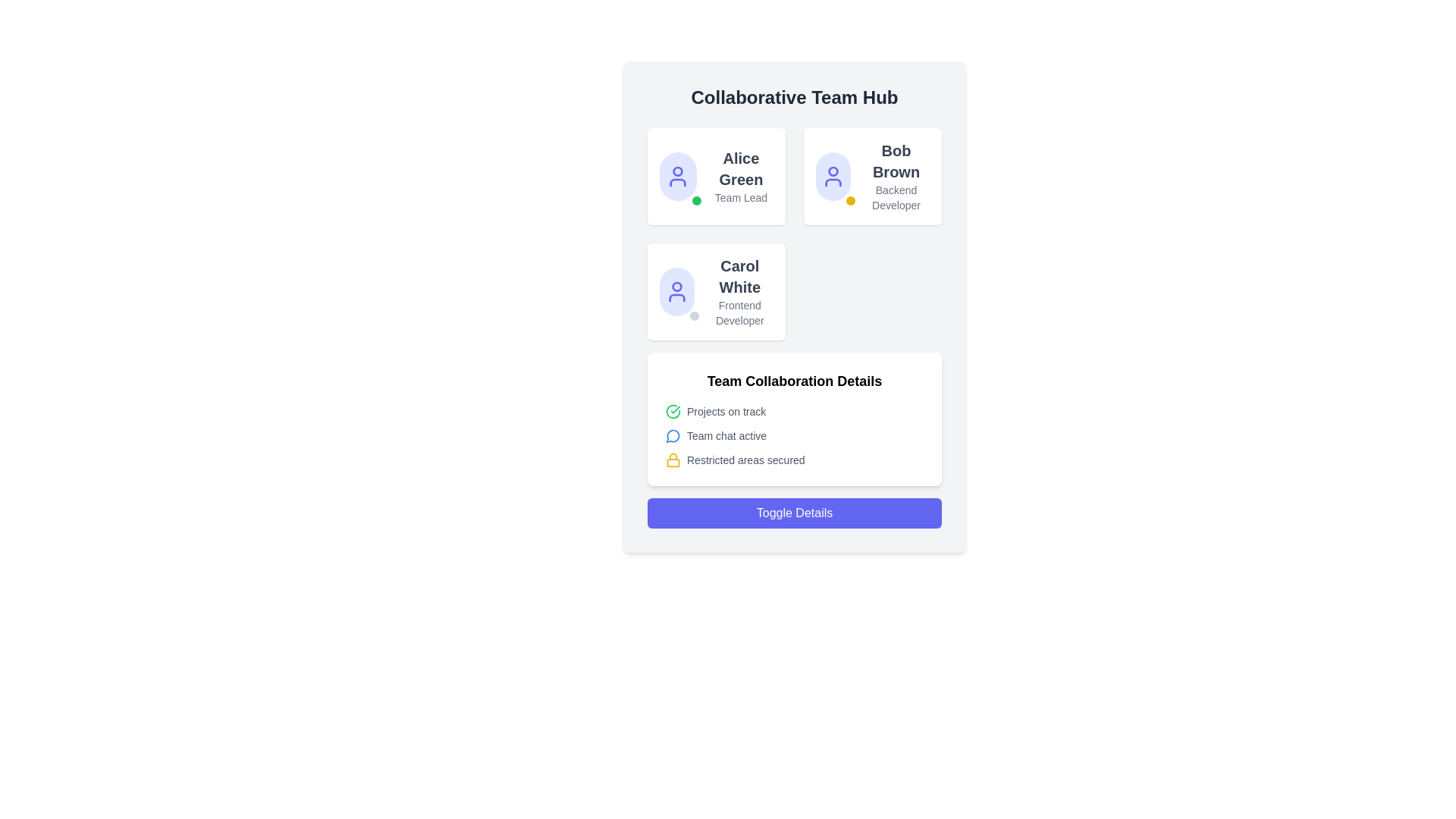  I want to click on the small circular shape representing the user avatar of Alice Green, which is styled with a blue outline and located at the upper center of the profile card in the Collaborative Team Hub, so click(677, 171).